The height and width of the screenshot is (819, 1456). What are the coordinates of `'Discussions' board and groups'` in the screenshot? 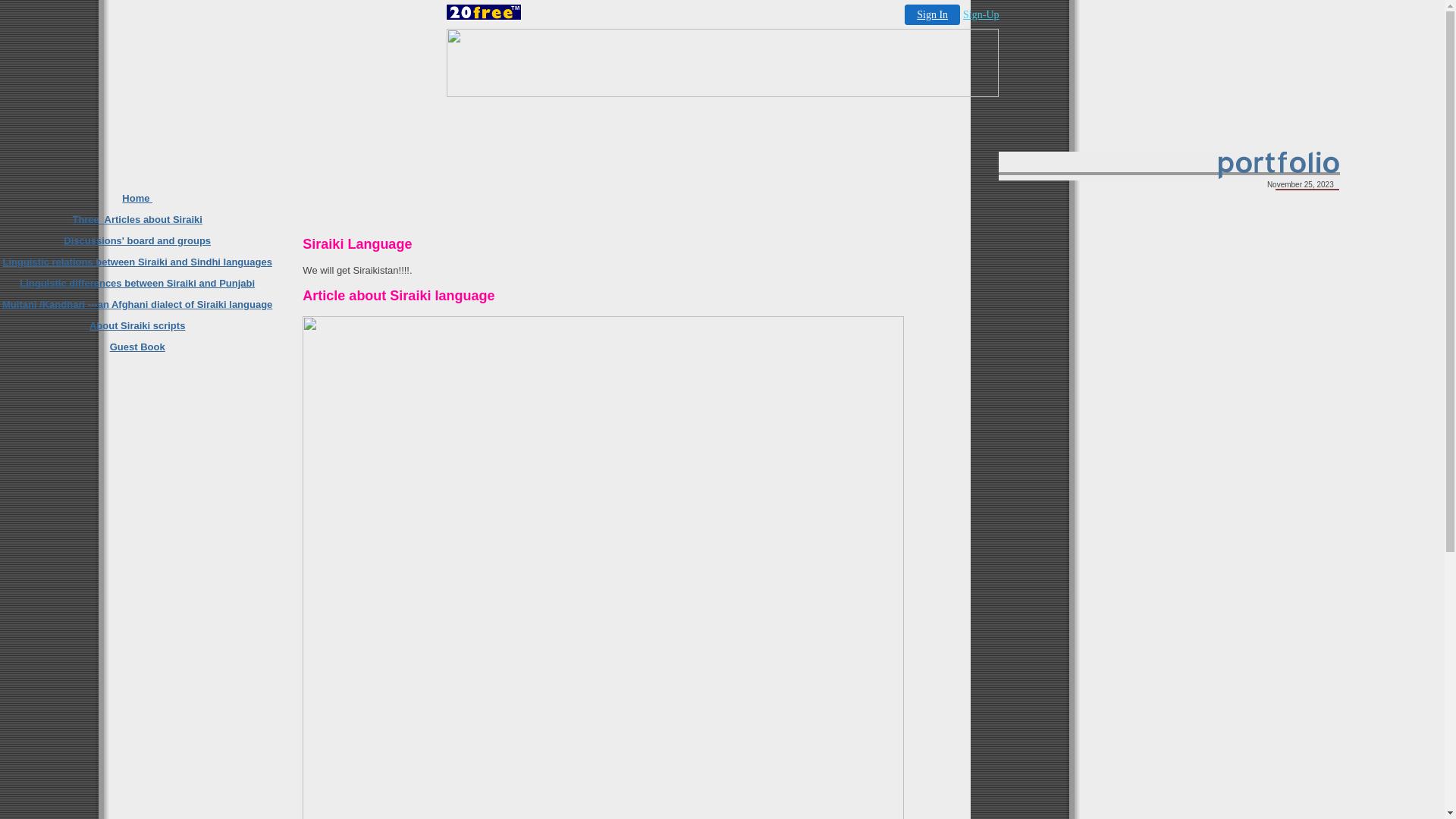 It's located at (137, 240).